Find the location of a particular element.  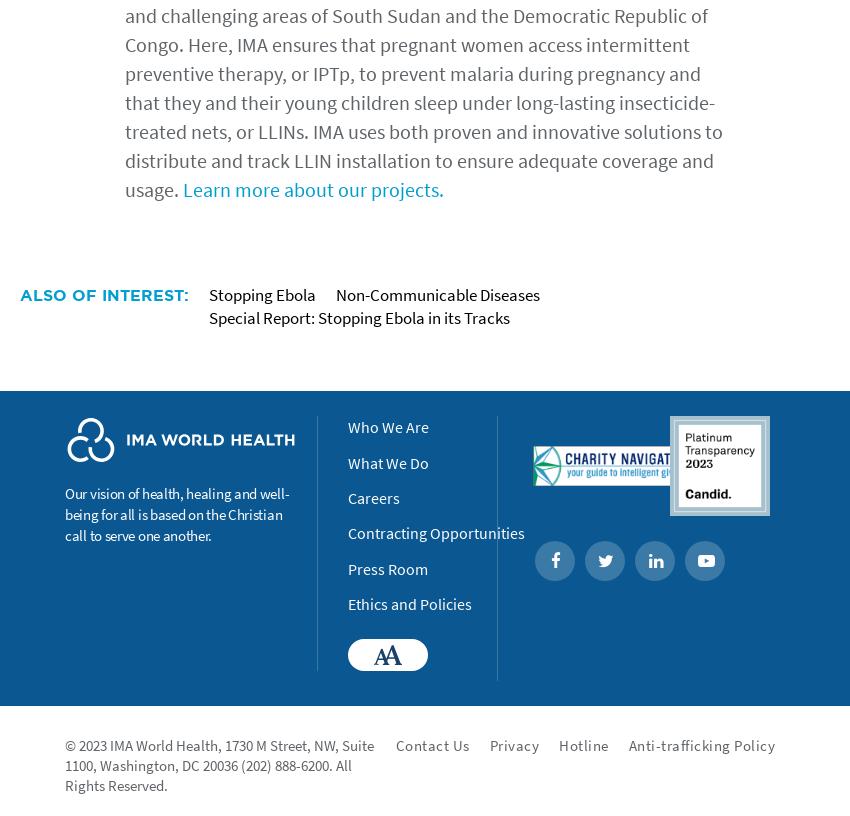

'What We Do' is located at coordinates (388, 461).